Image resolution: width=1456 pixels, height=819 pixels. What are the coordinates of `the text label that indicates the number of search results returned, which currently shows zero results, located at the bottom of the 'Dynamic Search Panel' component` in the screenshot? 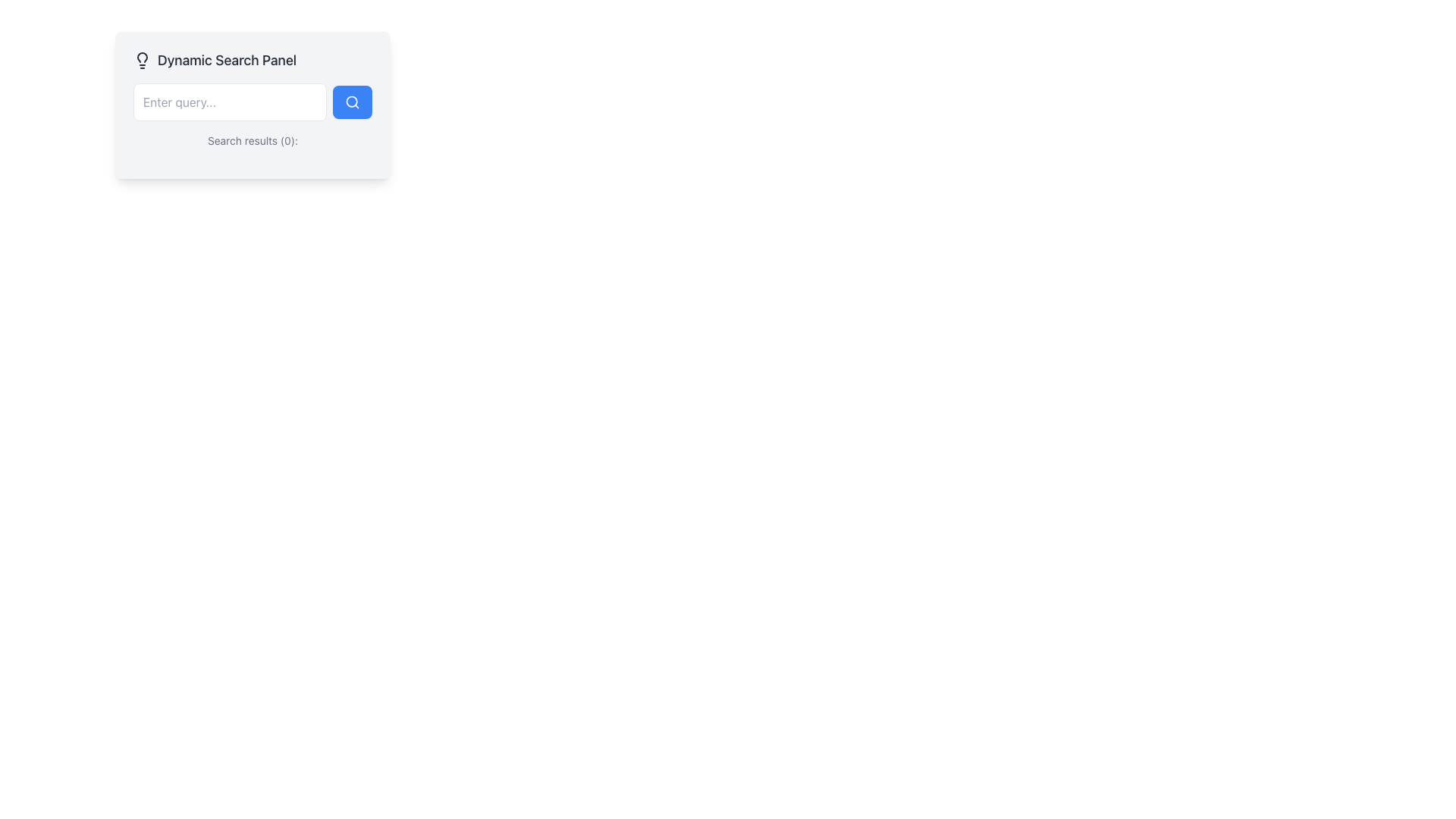 It's located at (253, 140).